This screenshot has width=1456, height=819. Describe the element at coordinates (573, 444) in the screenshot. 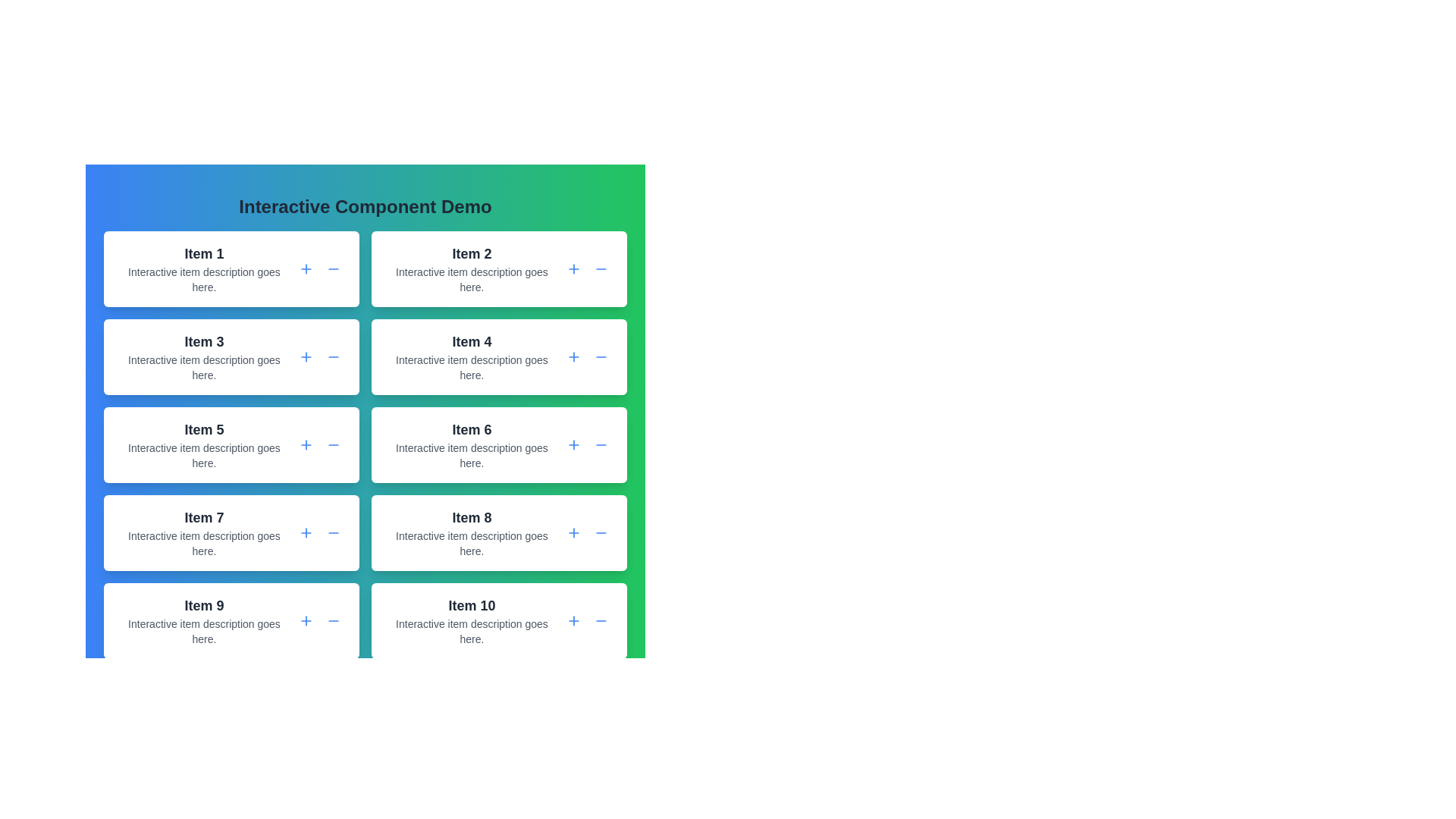

I see `the '+' icon button located beside the '-' icon in the 'Item 6' section to trigger tooltip or visual feedback` at that location.